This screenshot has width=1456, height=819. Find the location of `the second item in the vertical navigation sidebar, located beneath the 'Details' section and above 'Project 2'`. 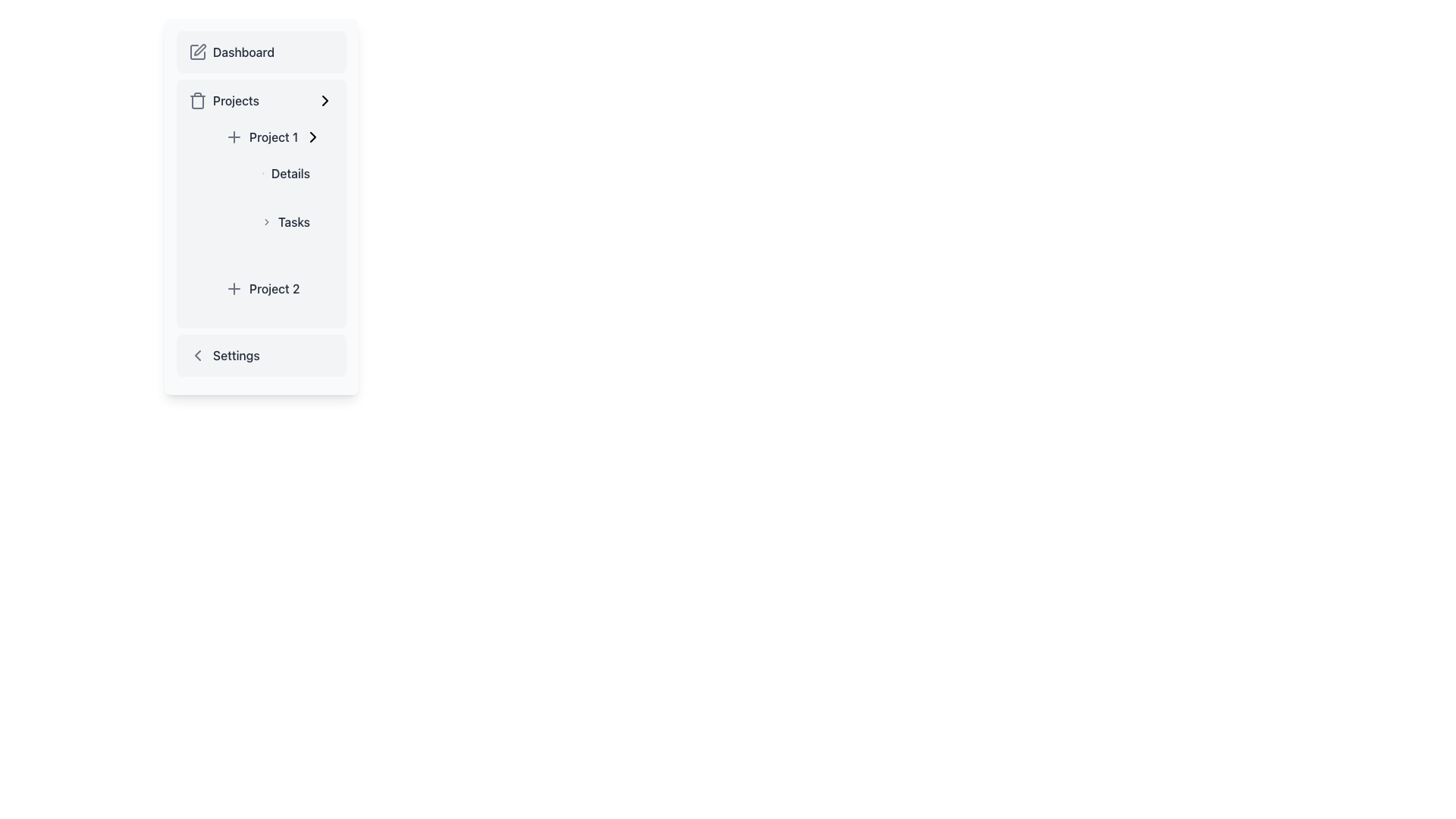

the second item in the vertical navigation sidebar, located beneath the 'Details' section and above 'Project 2' is located at coordinates (286, 222).